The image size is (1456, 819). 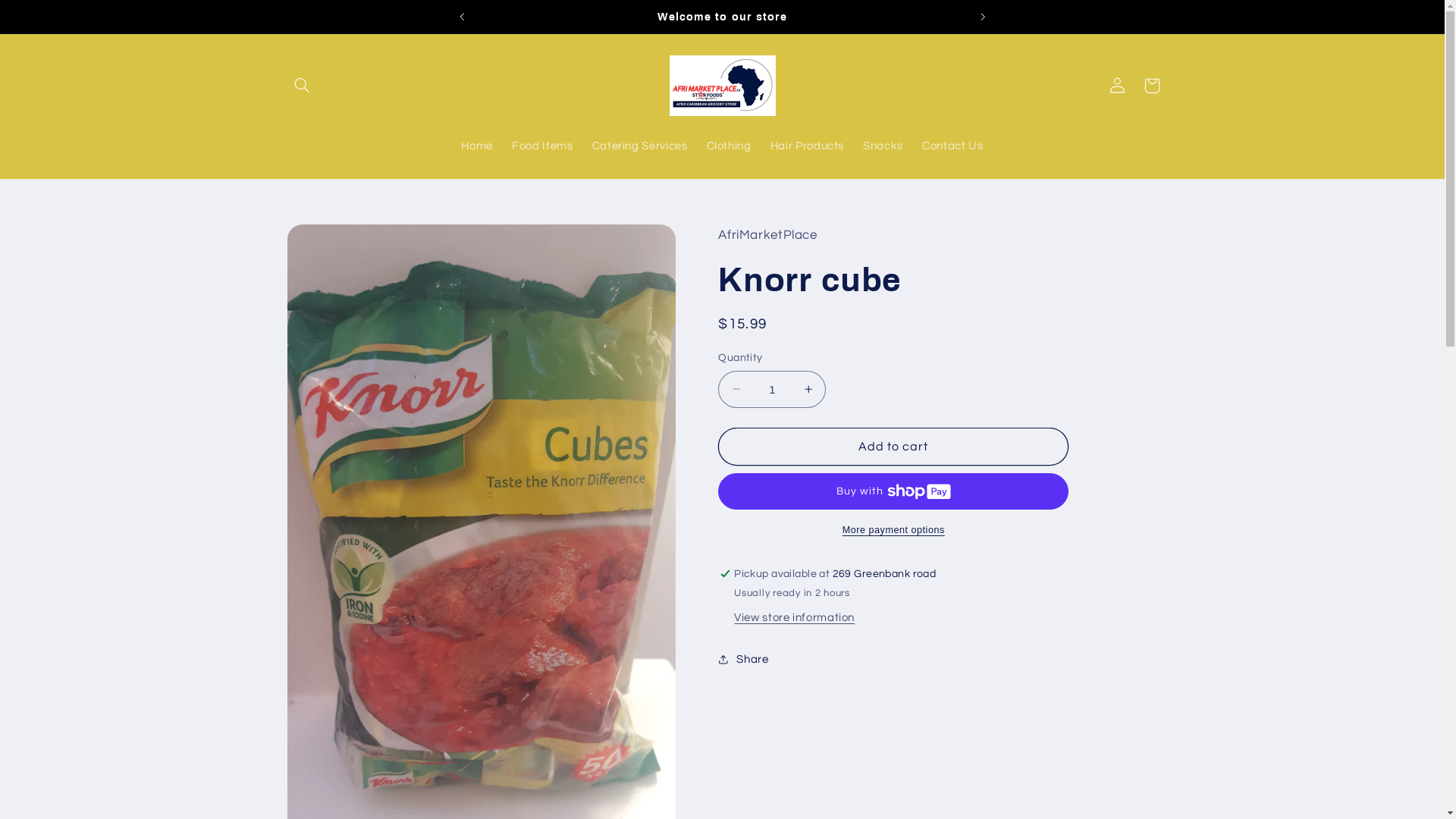 I want to click on 'Cart', so click(x=1134, y=85).